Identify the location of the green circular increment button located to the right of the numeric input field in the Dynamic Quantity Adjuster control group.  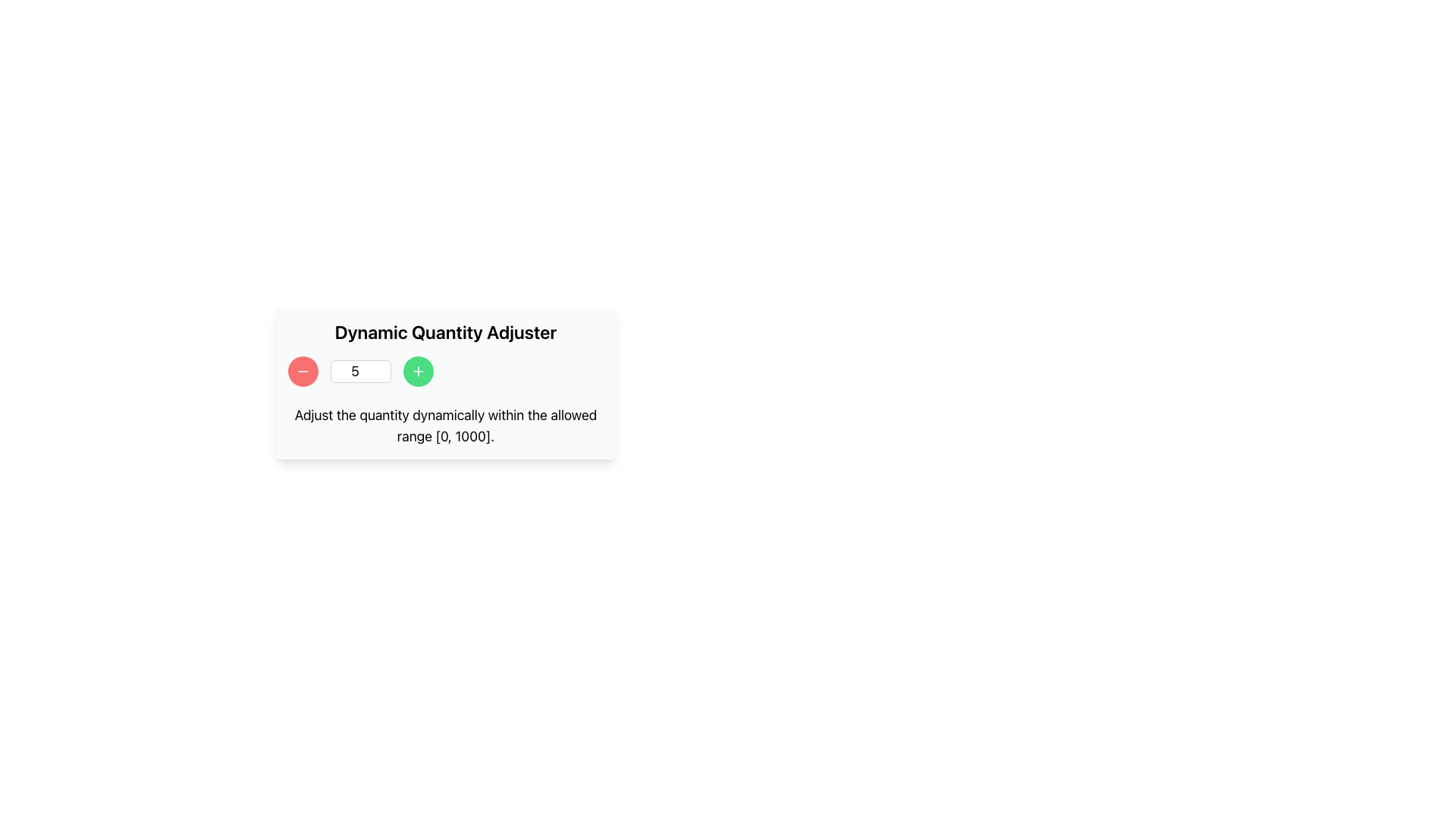
(445, 371).